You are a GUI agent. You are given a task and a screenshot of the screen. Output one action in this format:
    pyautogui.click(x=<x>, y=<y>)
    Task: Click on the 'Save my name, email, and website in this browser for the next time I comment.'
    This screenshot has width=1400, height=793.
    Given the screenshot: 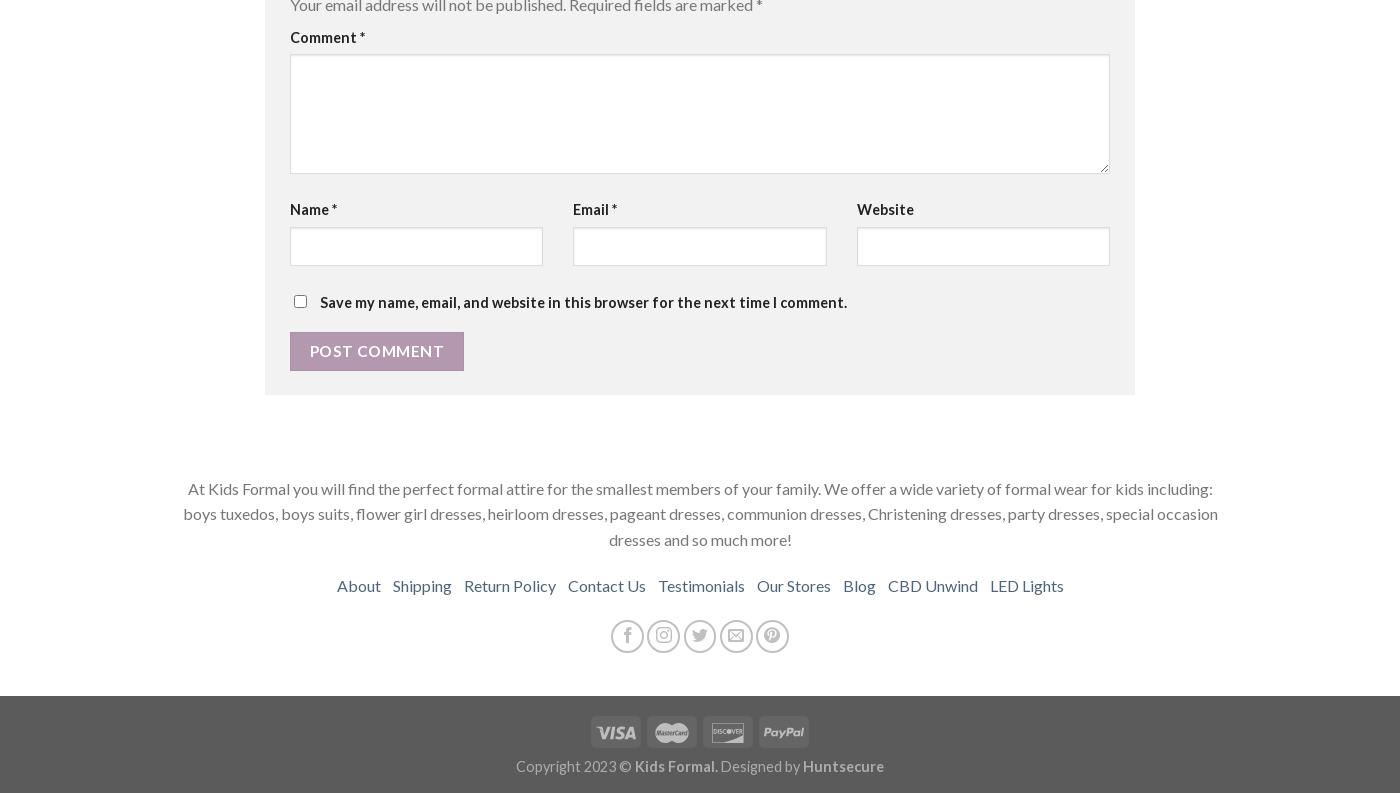 What is the action you would take?
    pyautogui.click(x=583, y=301)
    